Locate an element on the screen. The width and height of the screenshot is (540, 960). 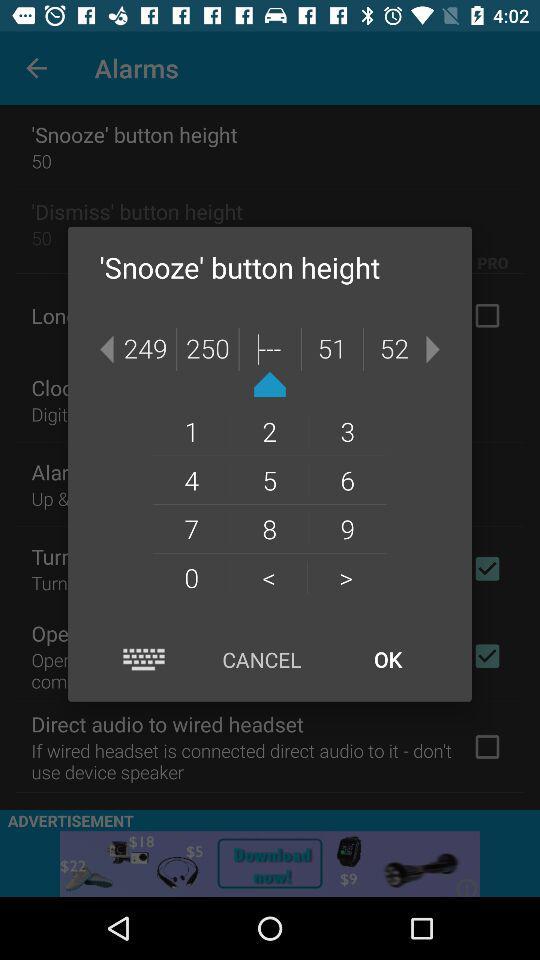
the 2 item is located at coordinates (269, 431).